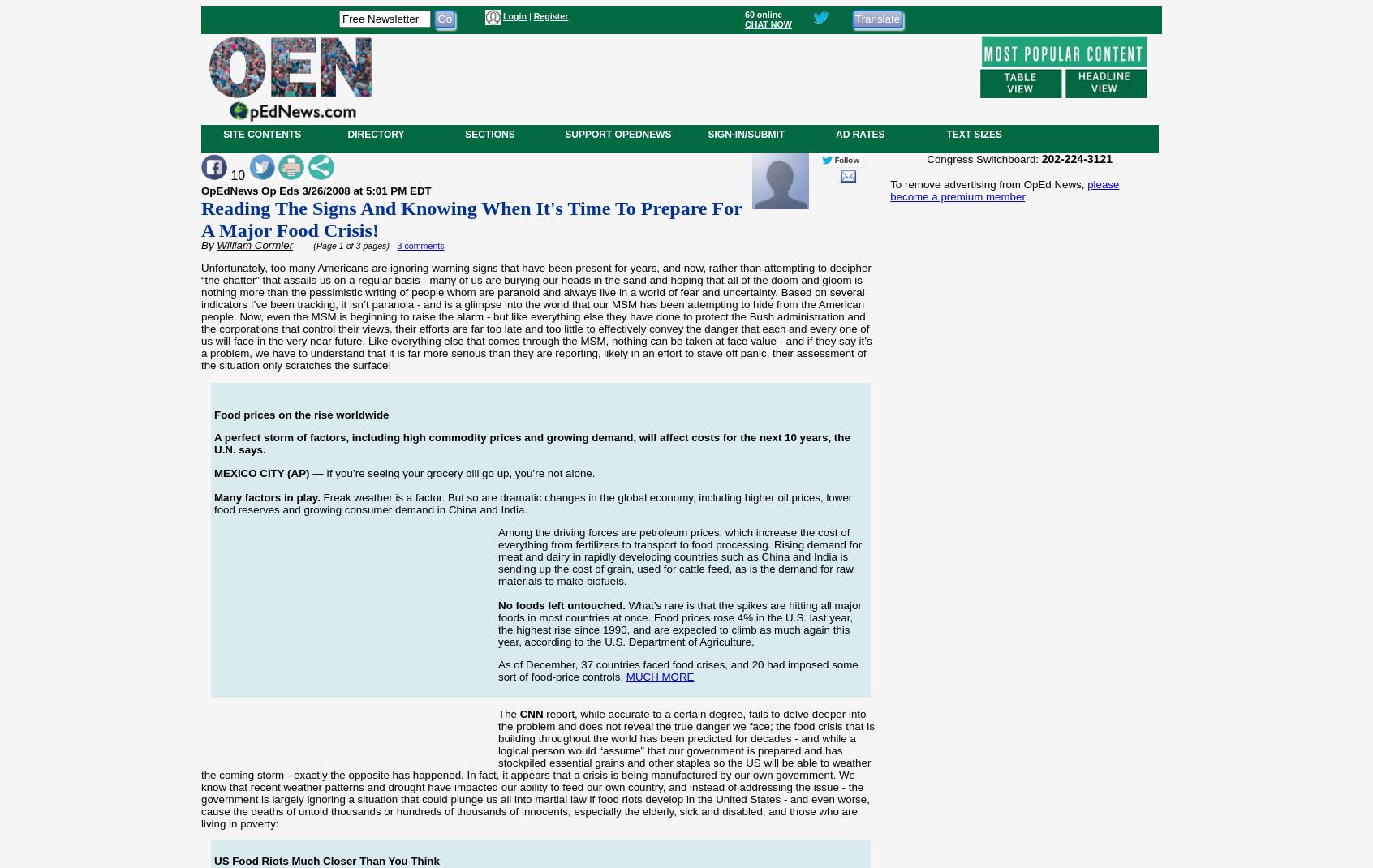 The height and width of the screenshot is (868, 1373). I want to click on 'Freak weather is a factor. But so are dramatic changes in the global economy, including higher oil prices, lower food reserves and growing consumer demand in China and India.', so click(533, 501).